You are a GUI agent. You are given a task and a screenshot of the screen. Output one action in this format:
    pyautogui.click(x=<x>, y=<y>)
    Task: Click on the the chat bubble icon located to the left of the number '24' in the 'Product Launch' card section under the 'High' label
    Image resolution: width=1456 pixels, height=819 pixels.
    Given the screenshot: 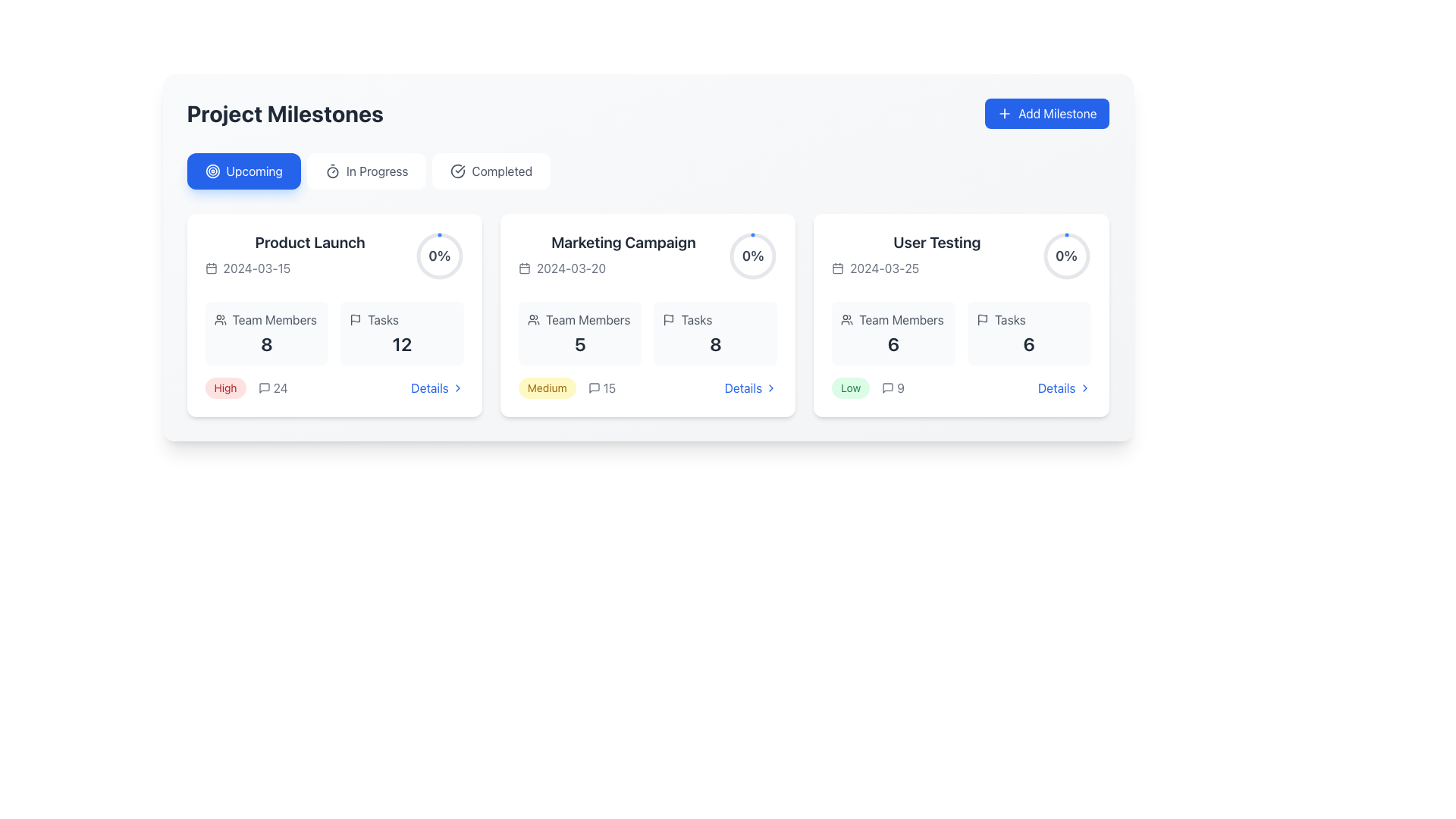 What is the action you would take?
    pyautogui.click(x=264, y=388)
    